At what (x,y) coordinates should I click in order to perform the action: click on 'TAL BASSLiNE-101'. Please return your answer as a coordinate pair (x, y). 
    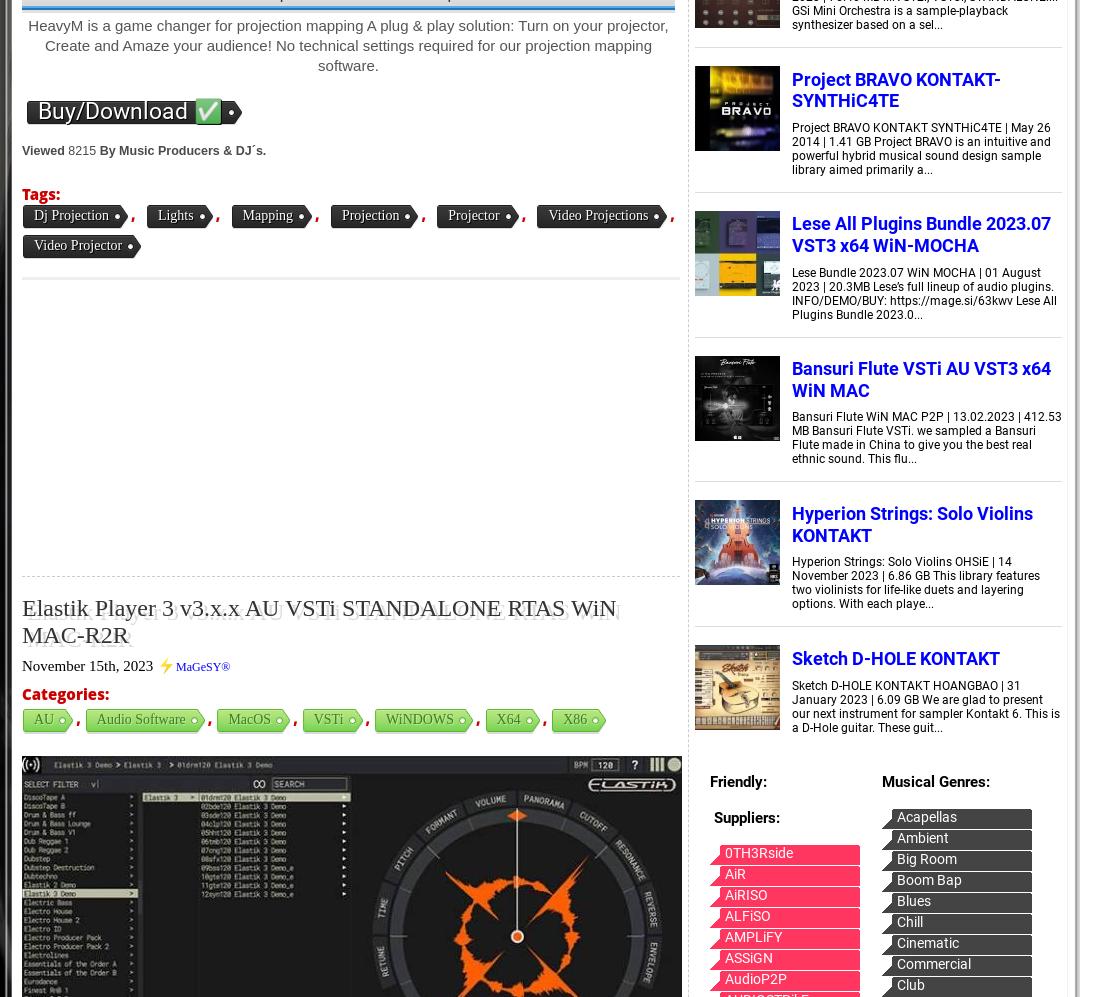
    Looking at the image, I should click on (312, 245).